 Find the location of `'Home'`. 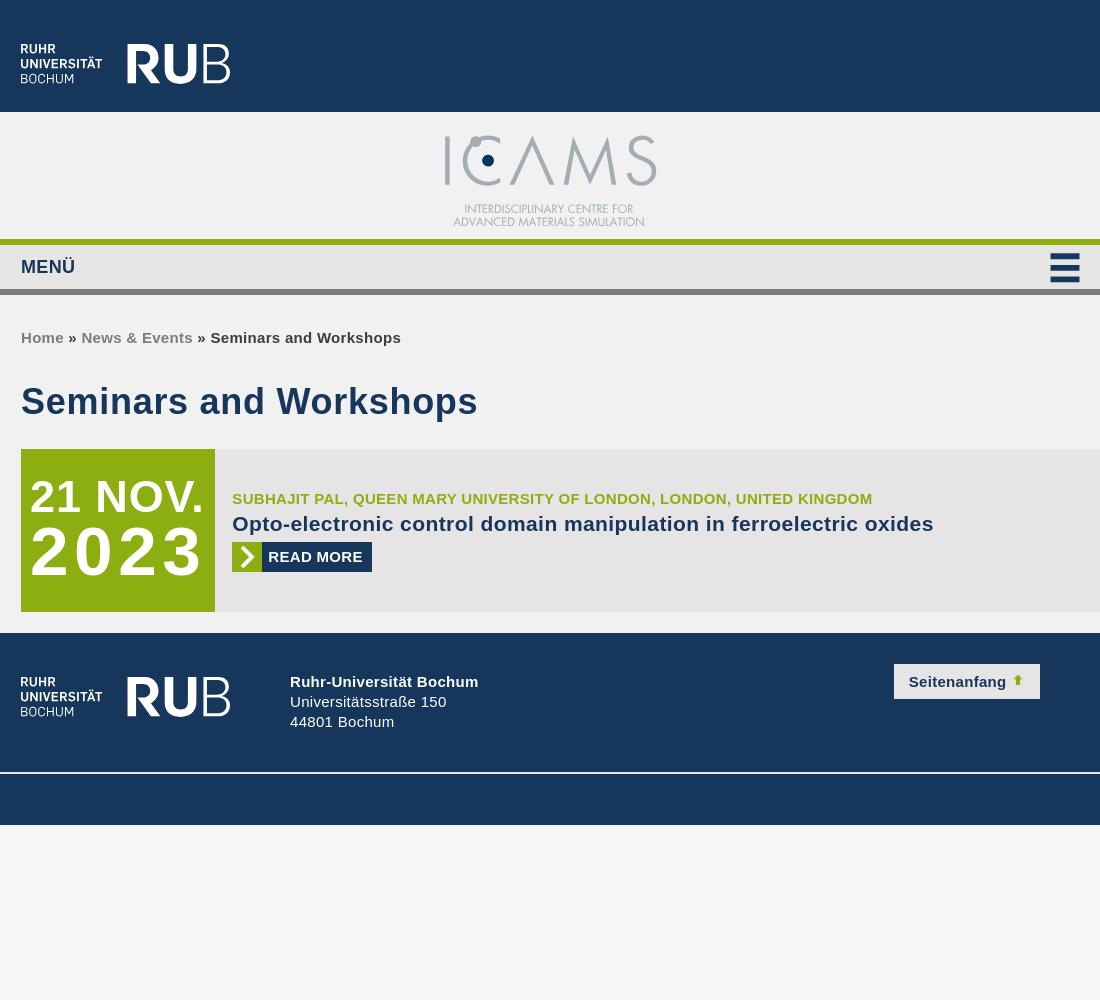

'Home' is located at coordinates (41, 336).